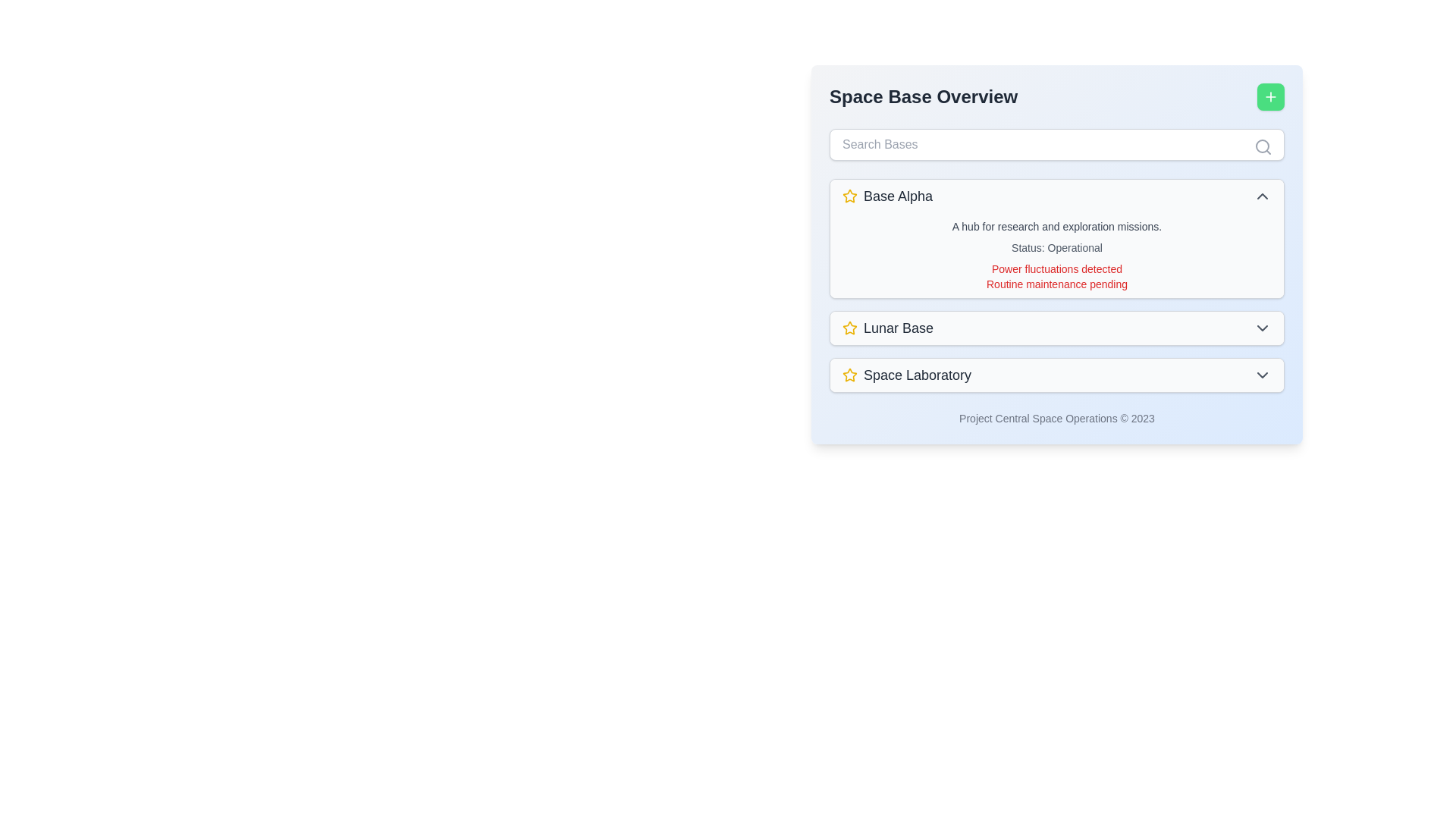  What do you see at coordinates (850, 327) in the screenshot?
I see `the yellow outlined star icon with a white background that is positioned to the immediate left of the text label 'Lunar Base'` at bounding box center [850, 327].